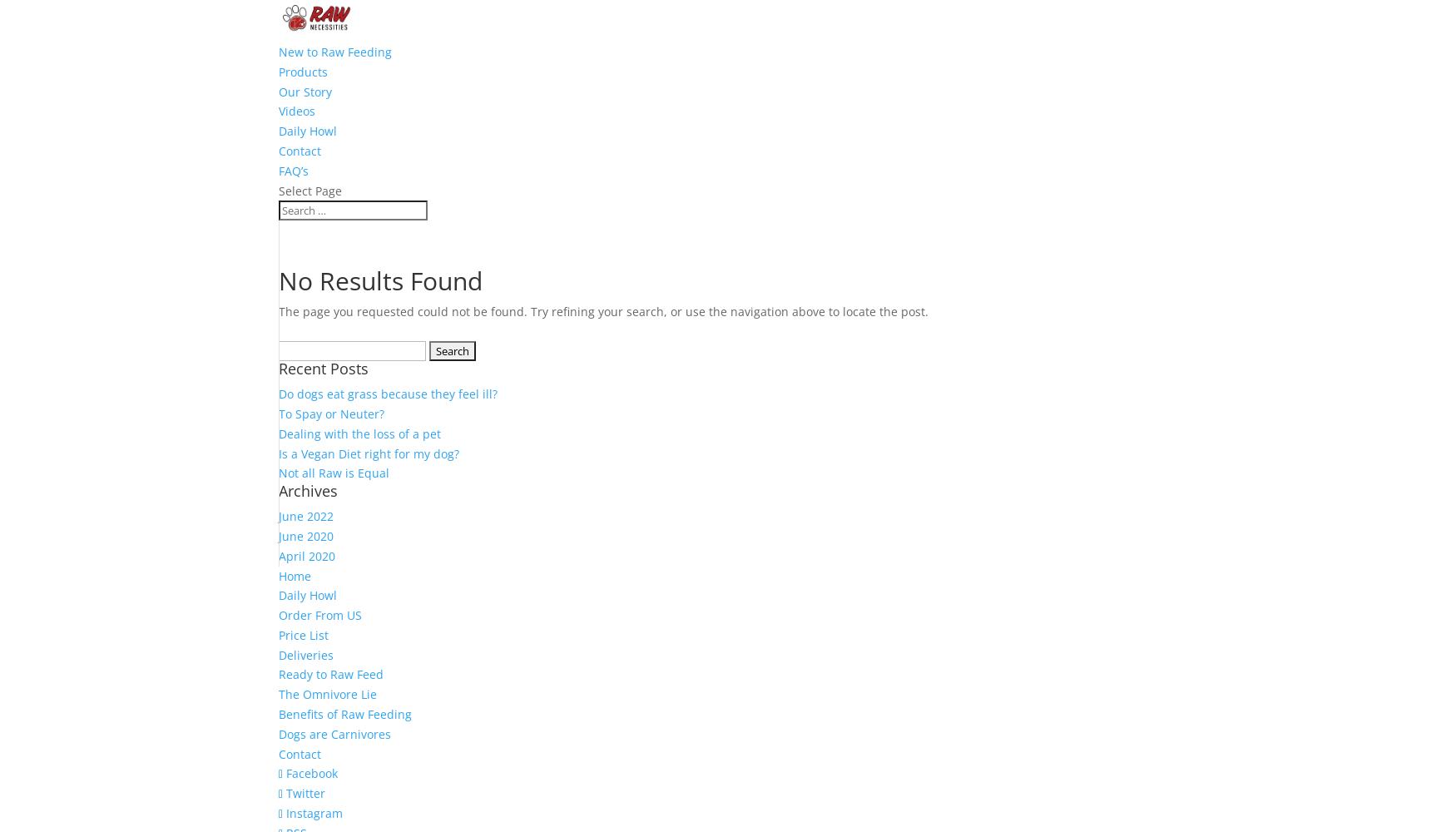  Describe the element at coordinates (319, 614) in the screenshot. I see `'Order From US'` at that location.